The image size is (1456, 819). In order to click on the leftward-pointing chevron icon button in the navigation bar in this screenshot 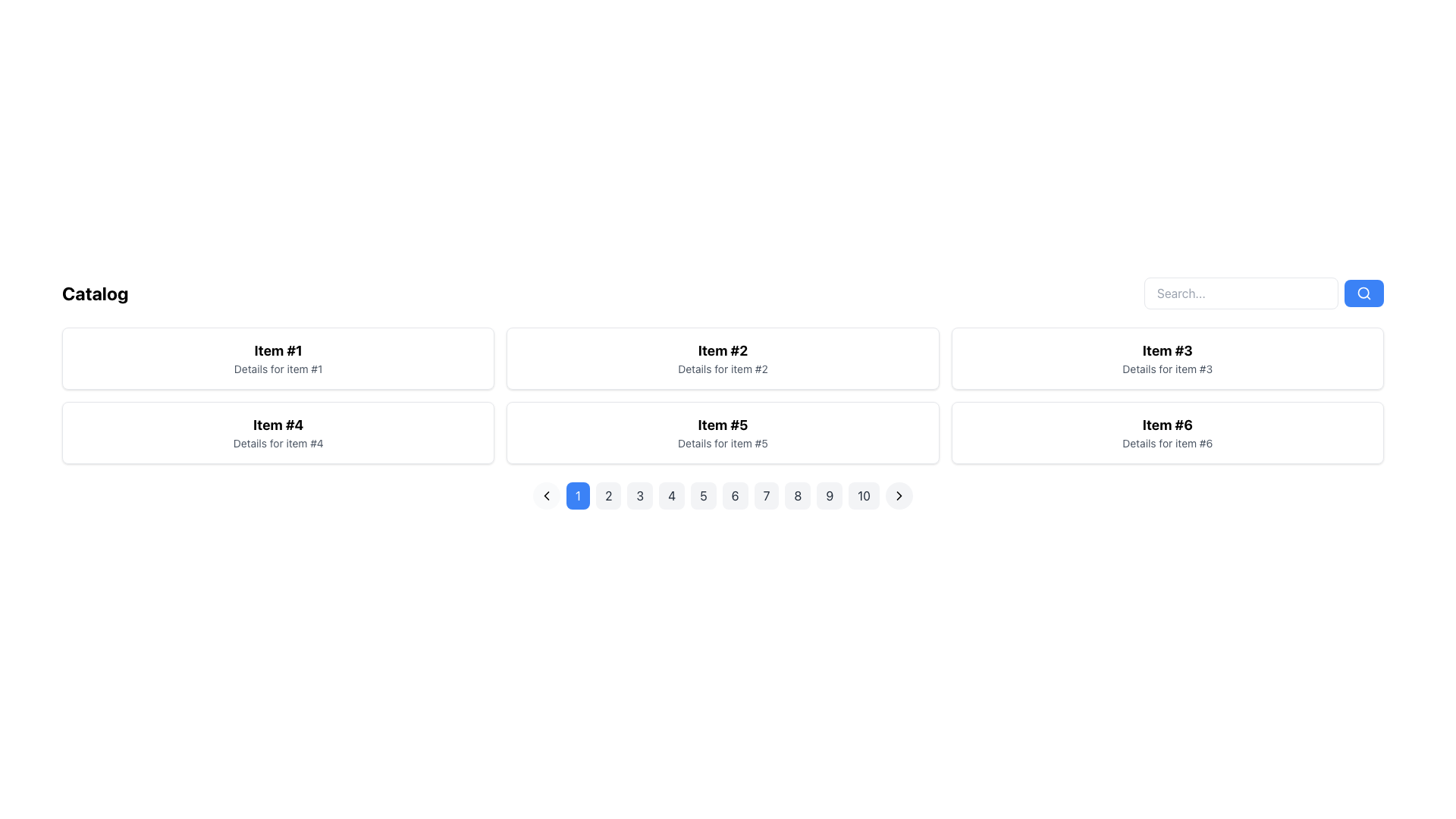, I will do `click(546, 496)`.